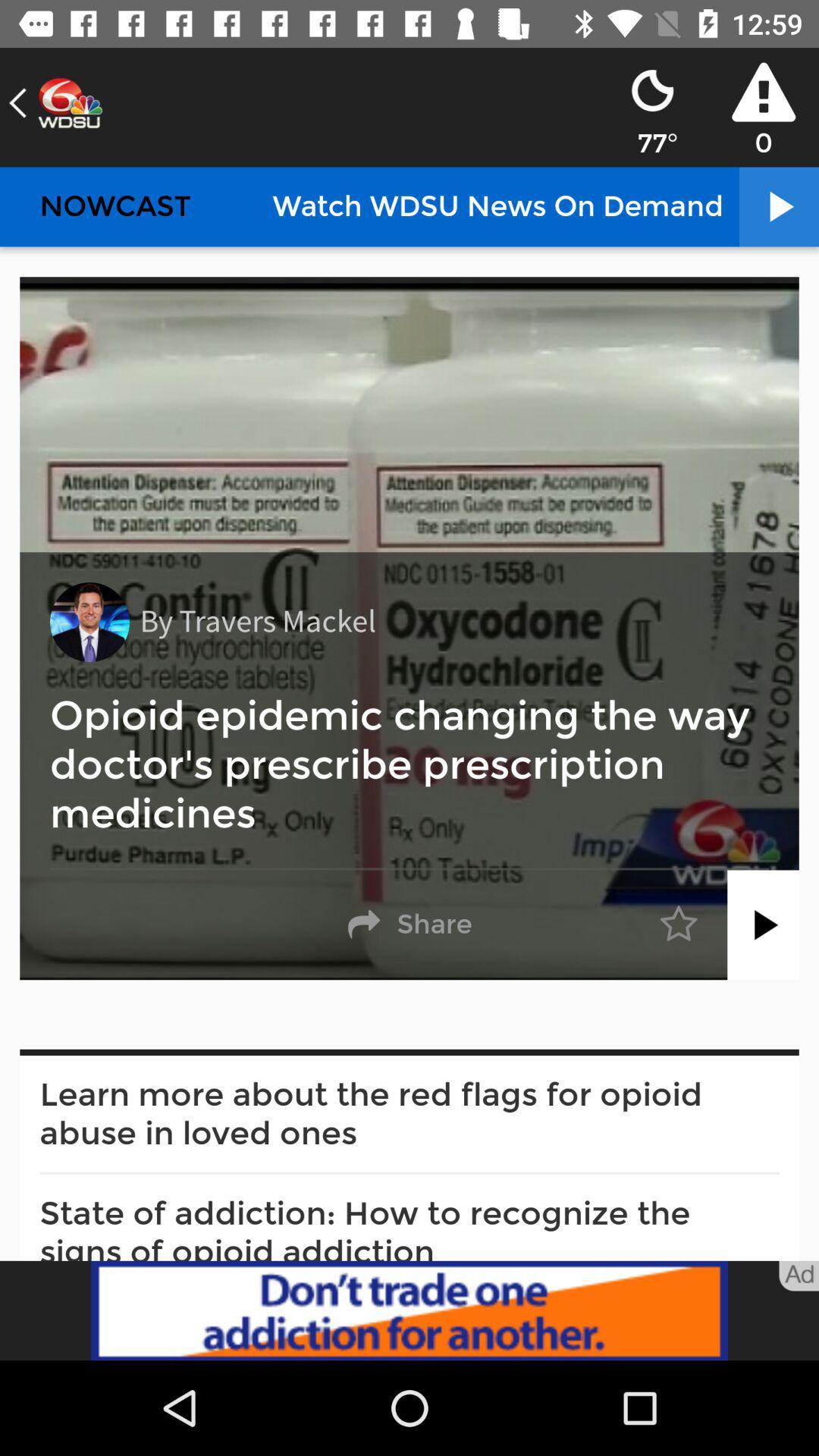  What do you see at coordinates (763, 924) in the screenshot?
I see `open` at bounding box center [763, 924].